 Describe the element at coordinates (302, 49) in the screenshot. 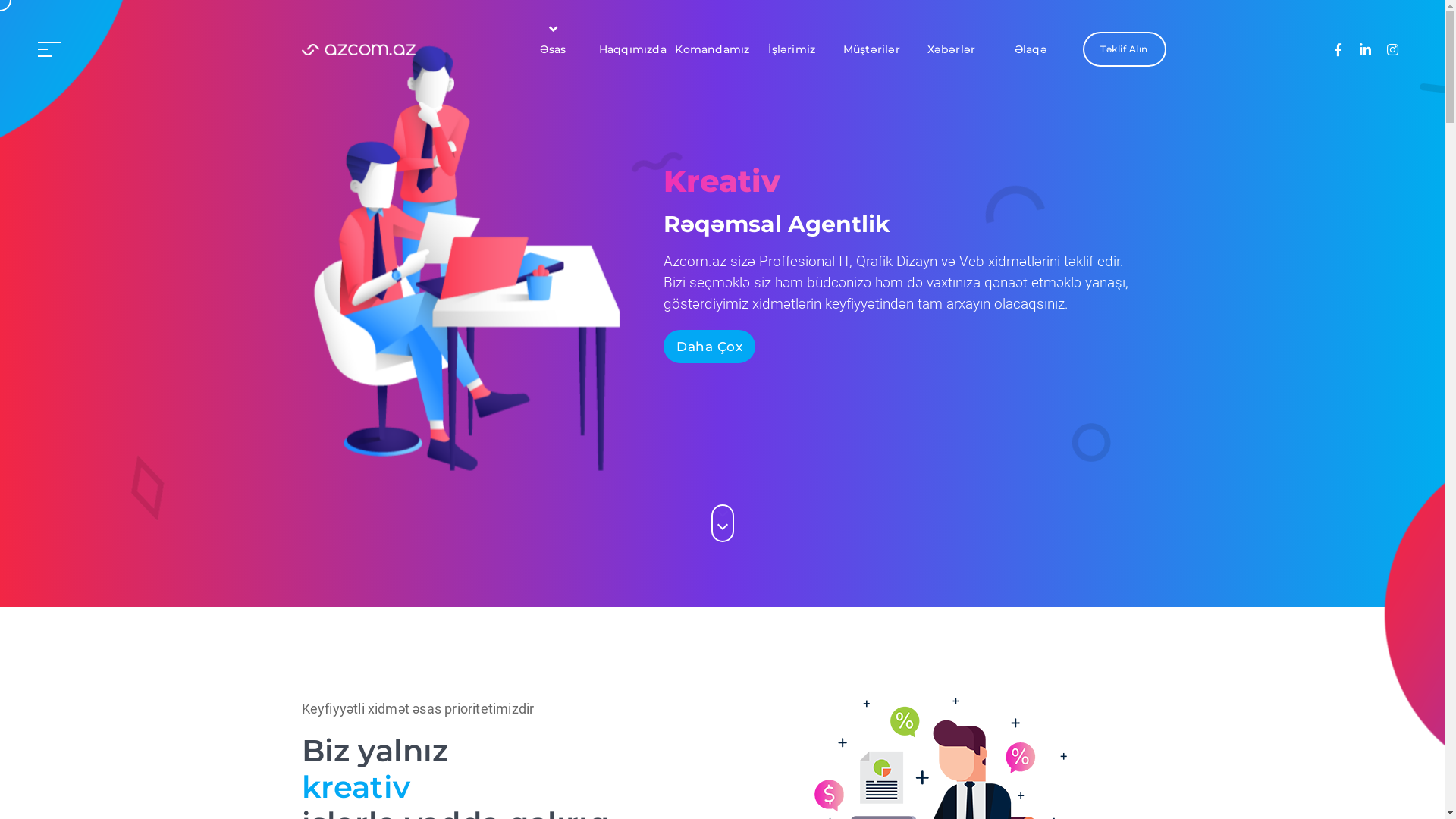

I see `'www.azcom.az'` at that location.